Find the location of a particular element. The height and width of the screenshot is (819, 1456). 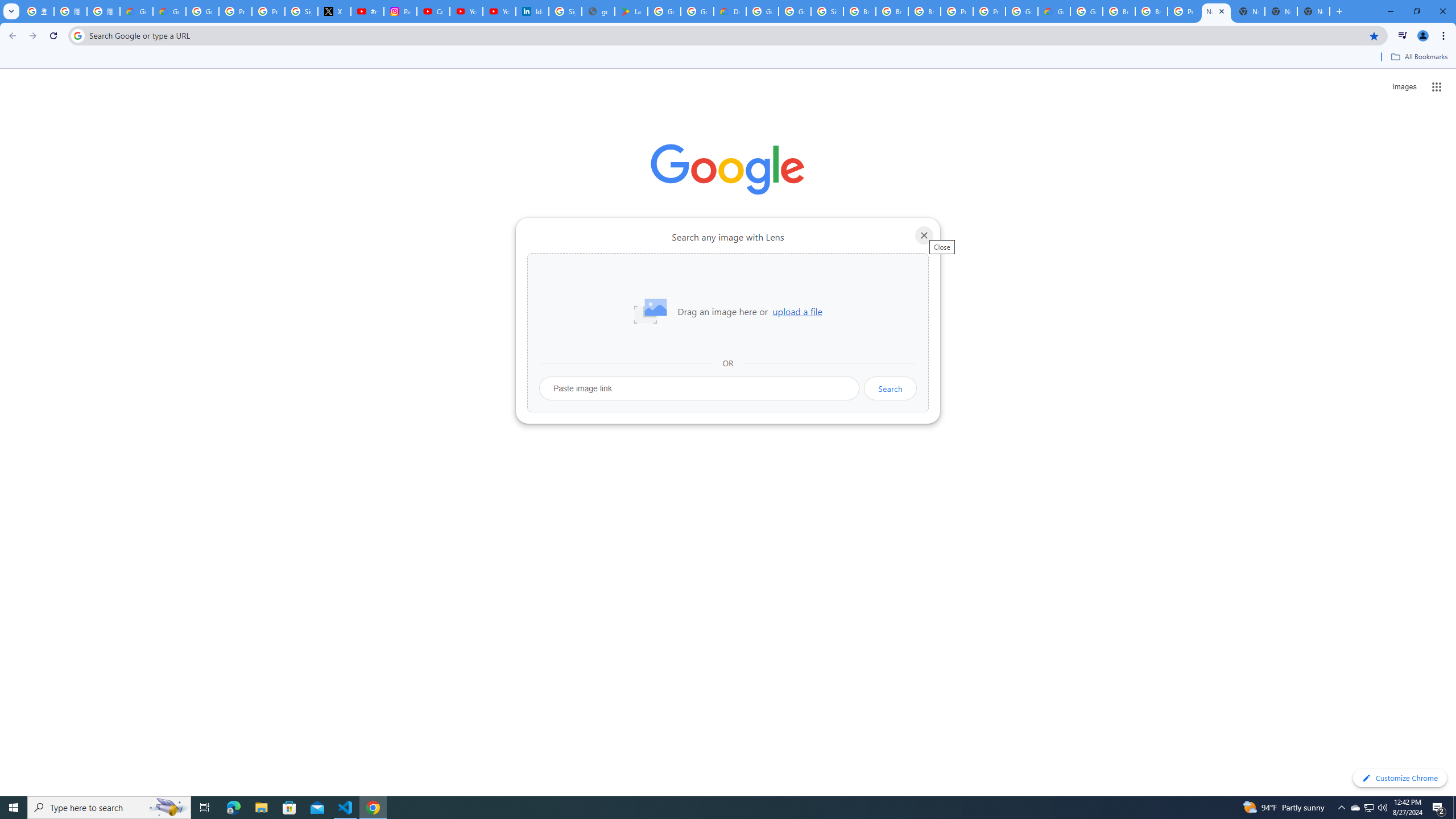

'All Bookmarks' is located at coordinates (1418, 56).